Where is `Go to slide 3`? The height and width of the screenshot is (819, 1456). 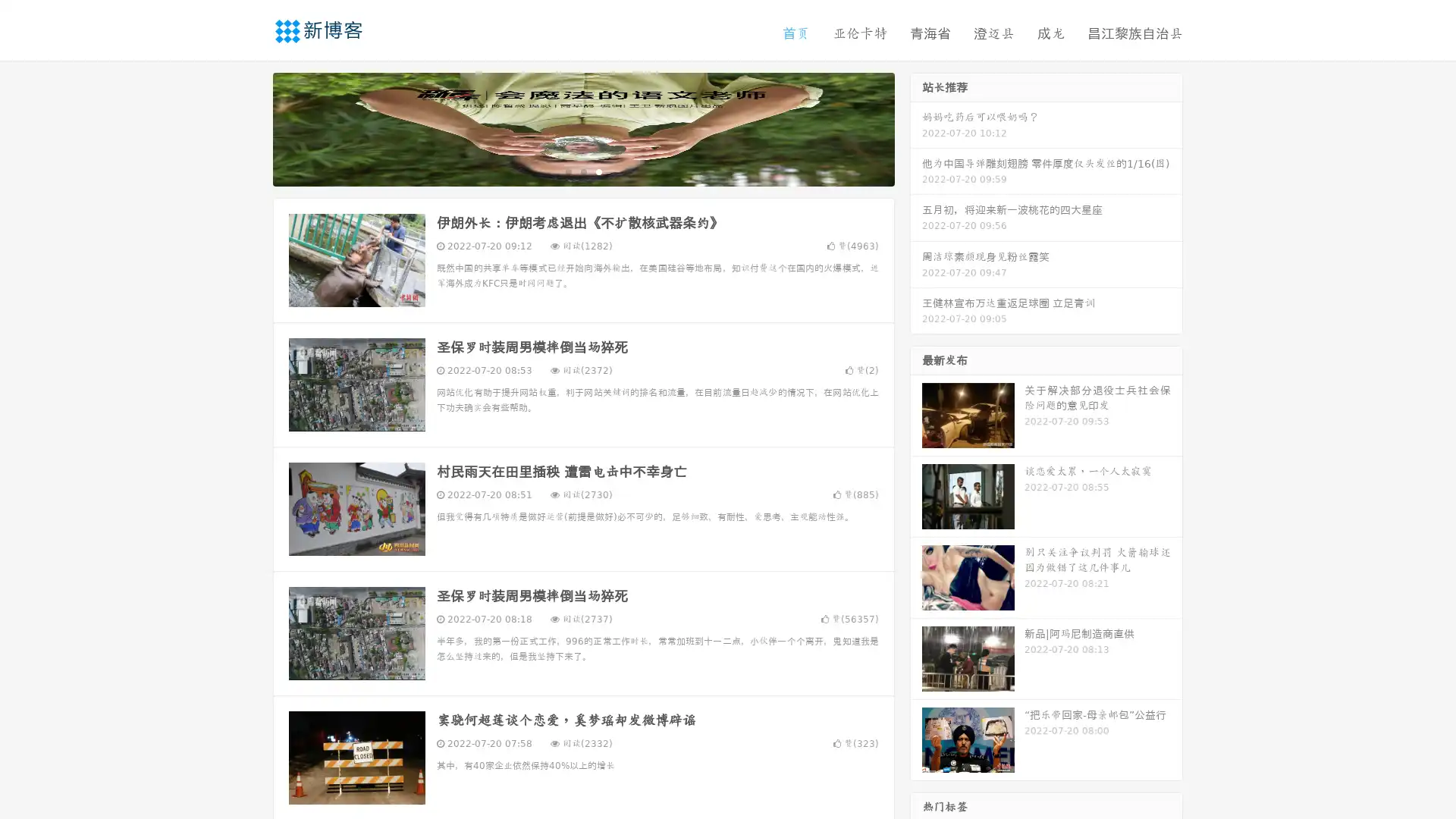
Go to slide 3 is located at coordinates (598, 171).